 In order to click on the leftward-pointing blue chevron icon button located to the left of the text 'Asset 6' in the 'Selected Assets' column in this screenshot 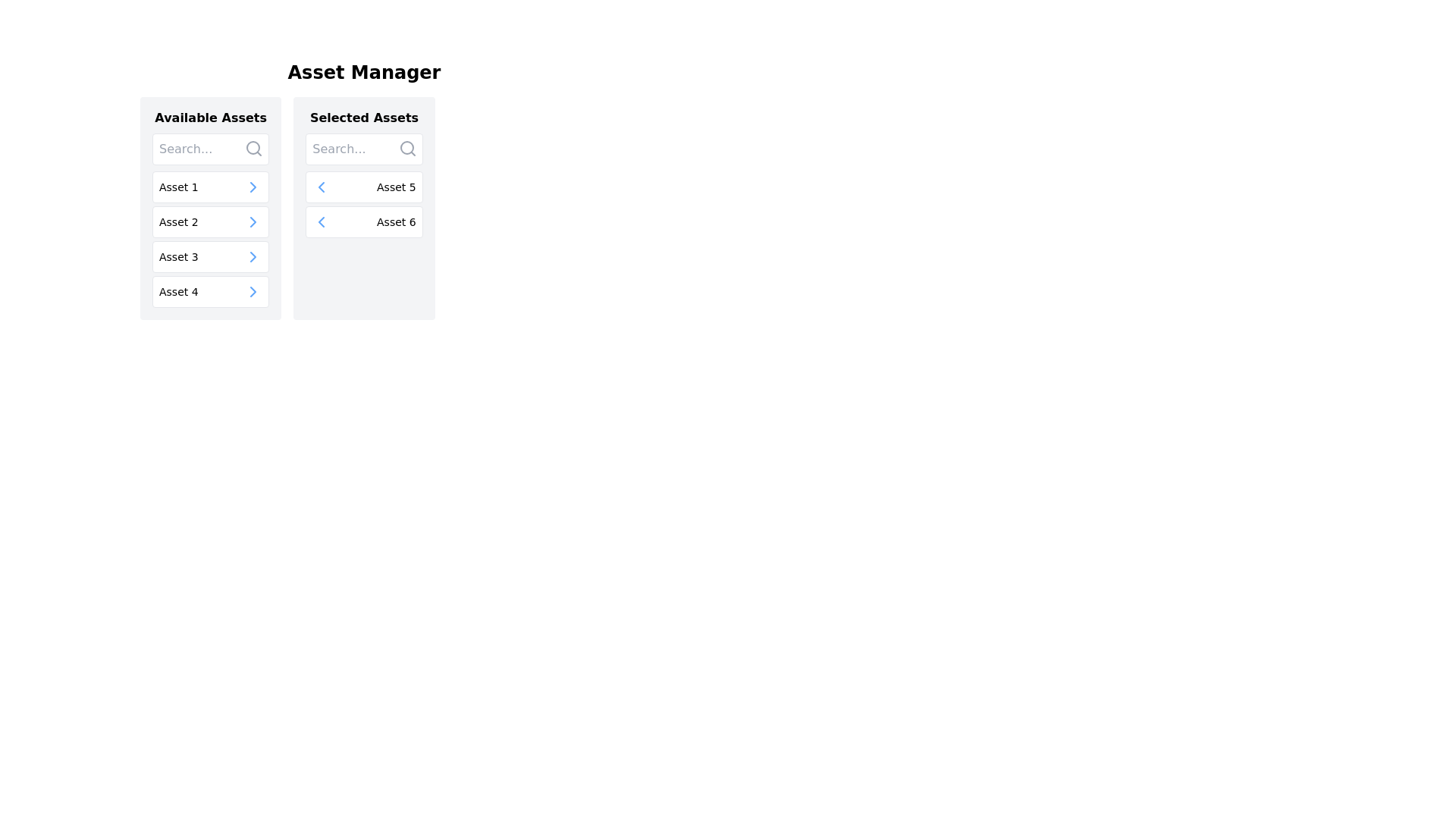, I will do `click(321, 222)`.